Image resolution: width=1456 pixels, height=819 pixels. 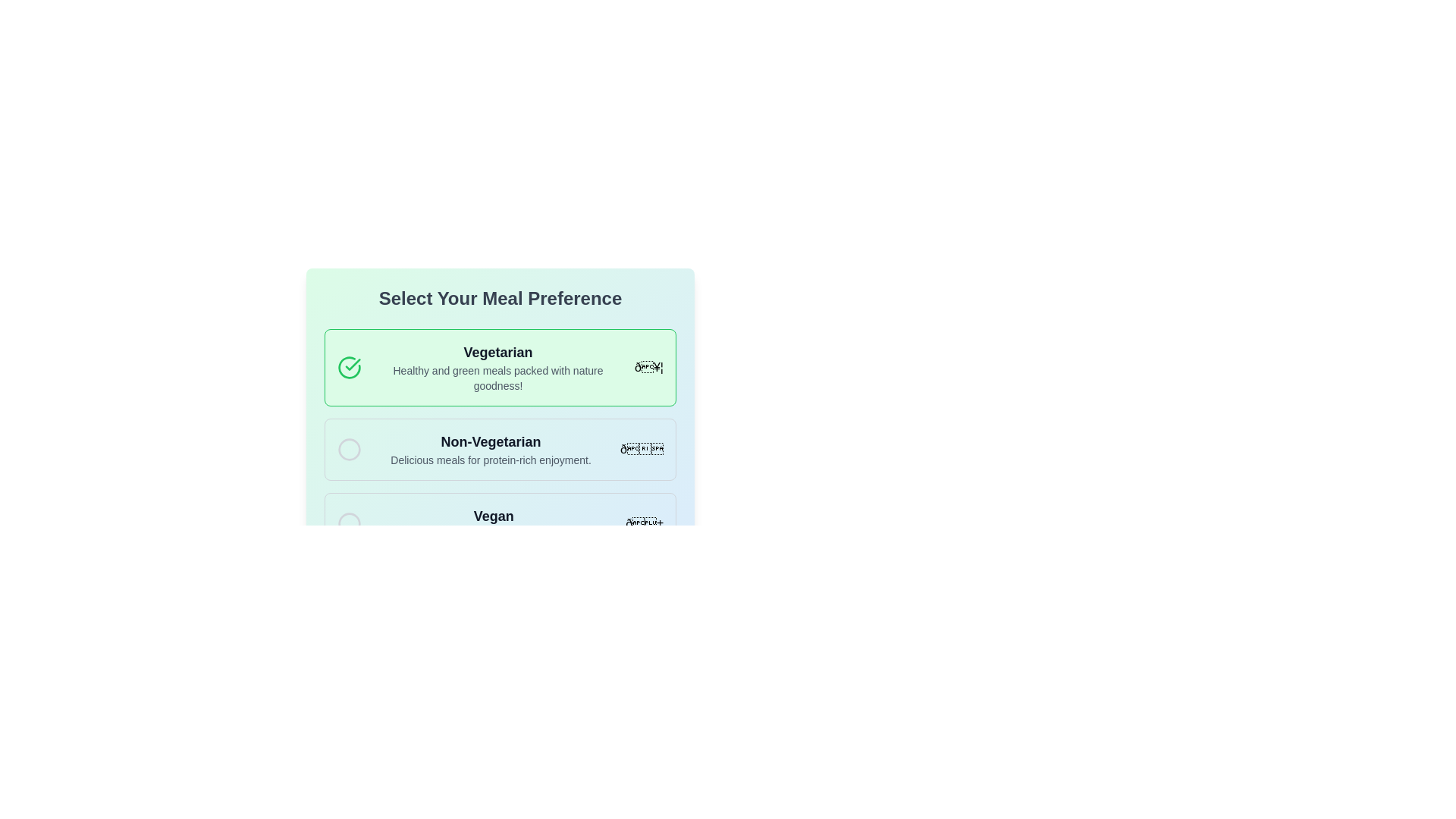 I want to click on the 'Vegetarian' meal preference text block, which is centrally located within the first option of the selection list, accompanied by a green checkmark on the left and an icon on the right, so click(x=498, y=368).